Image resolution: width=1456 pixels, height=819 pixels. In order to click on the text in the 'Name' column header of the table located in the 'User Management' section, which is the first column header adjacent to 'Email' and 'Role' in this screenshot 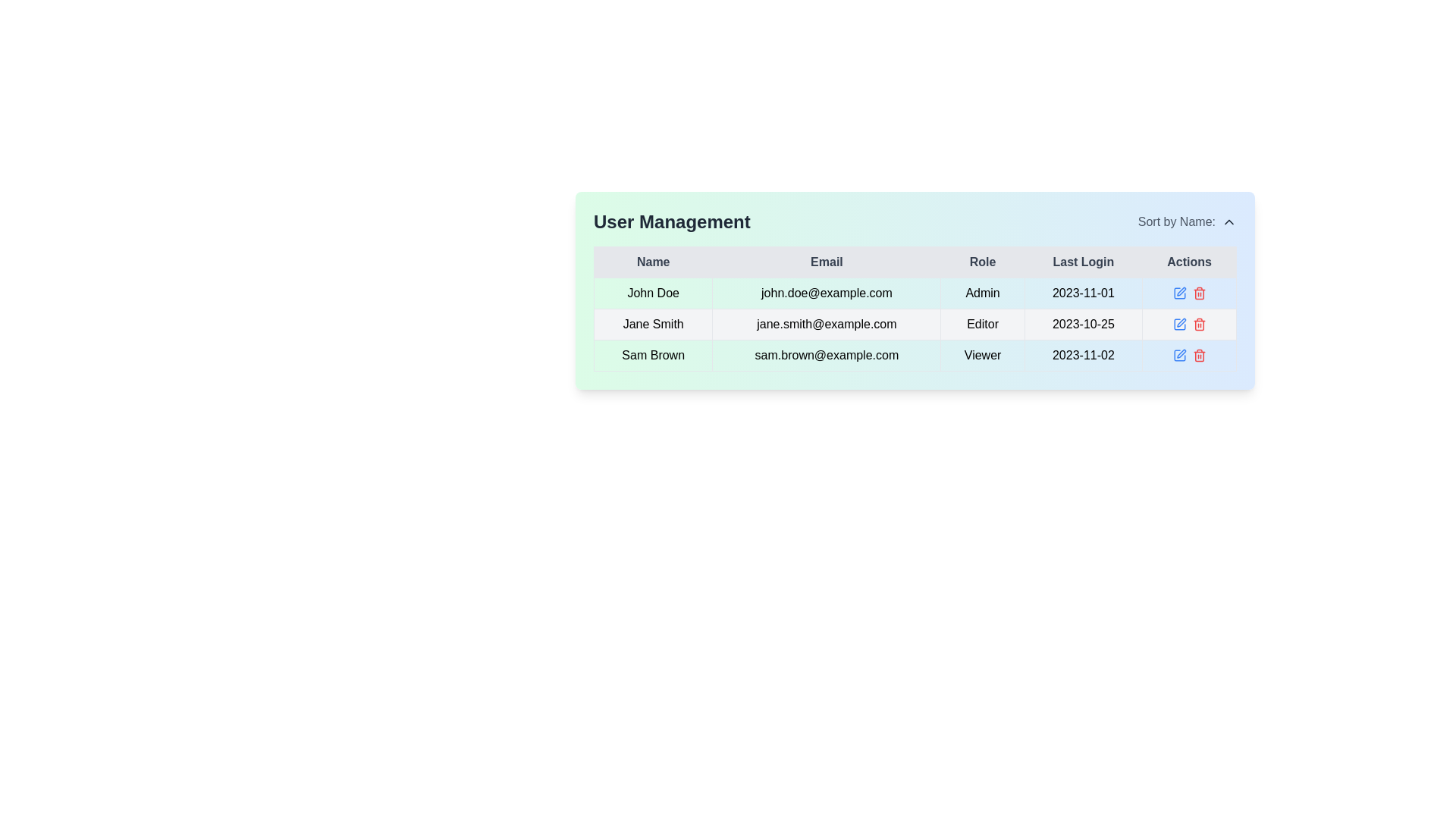, I will do `click(653, 262)`.